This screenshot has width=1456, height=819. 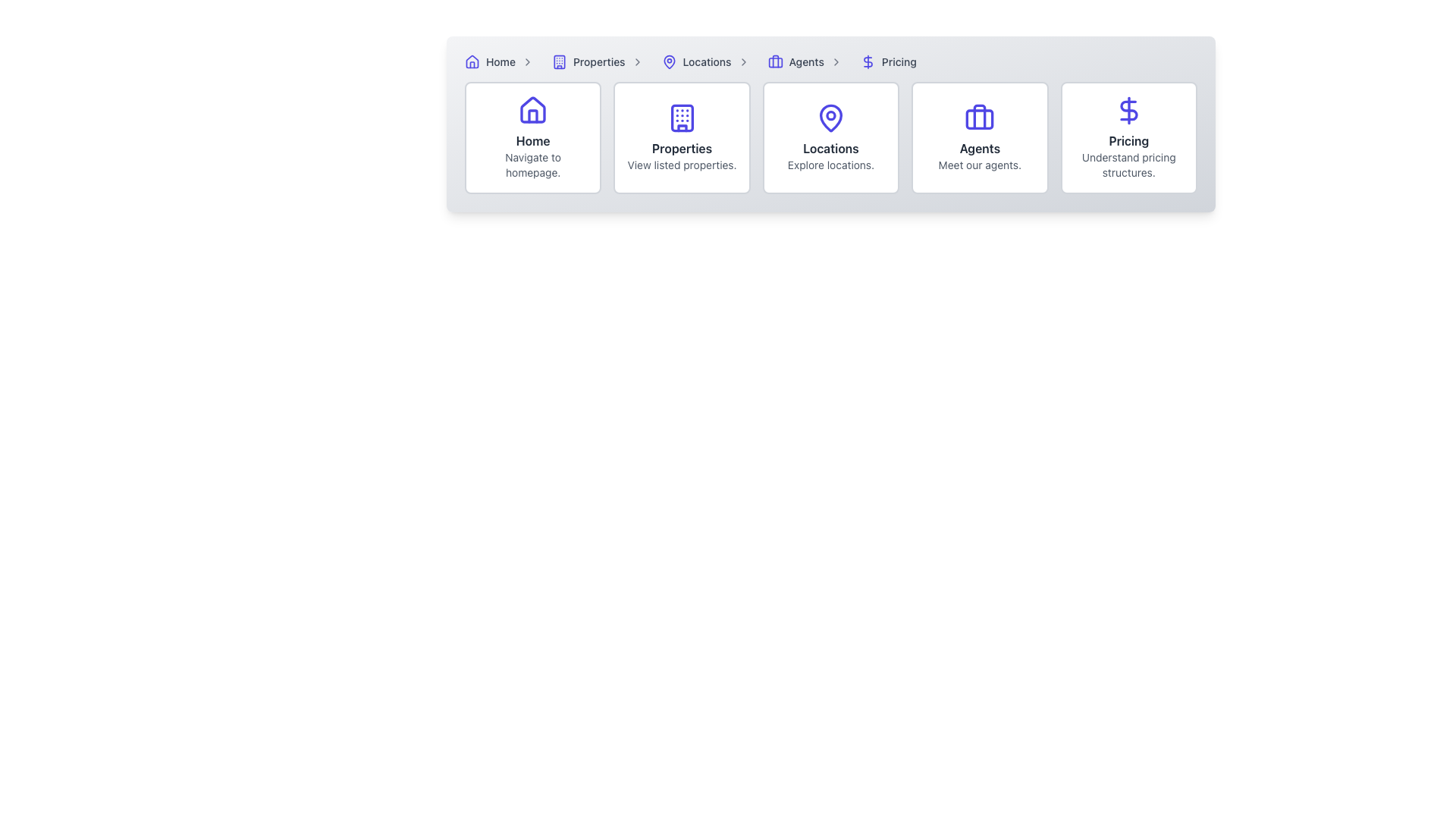 I want to click on the 'Locations' navigation link in the breadcrumb navigation system, so click(x=706, y=61).